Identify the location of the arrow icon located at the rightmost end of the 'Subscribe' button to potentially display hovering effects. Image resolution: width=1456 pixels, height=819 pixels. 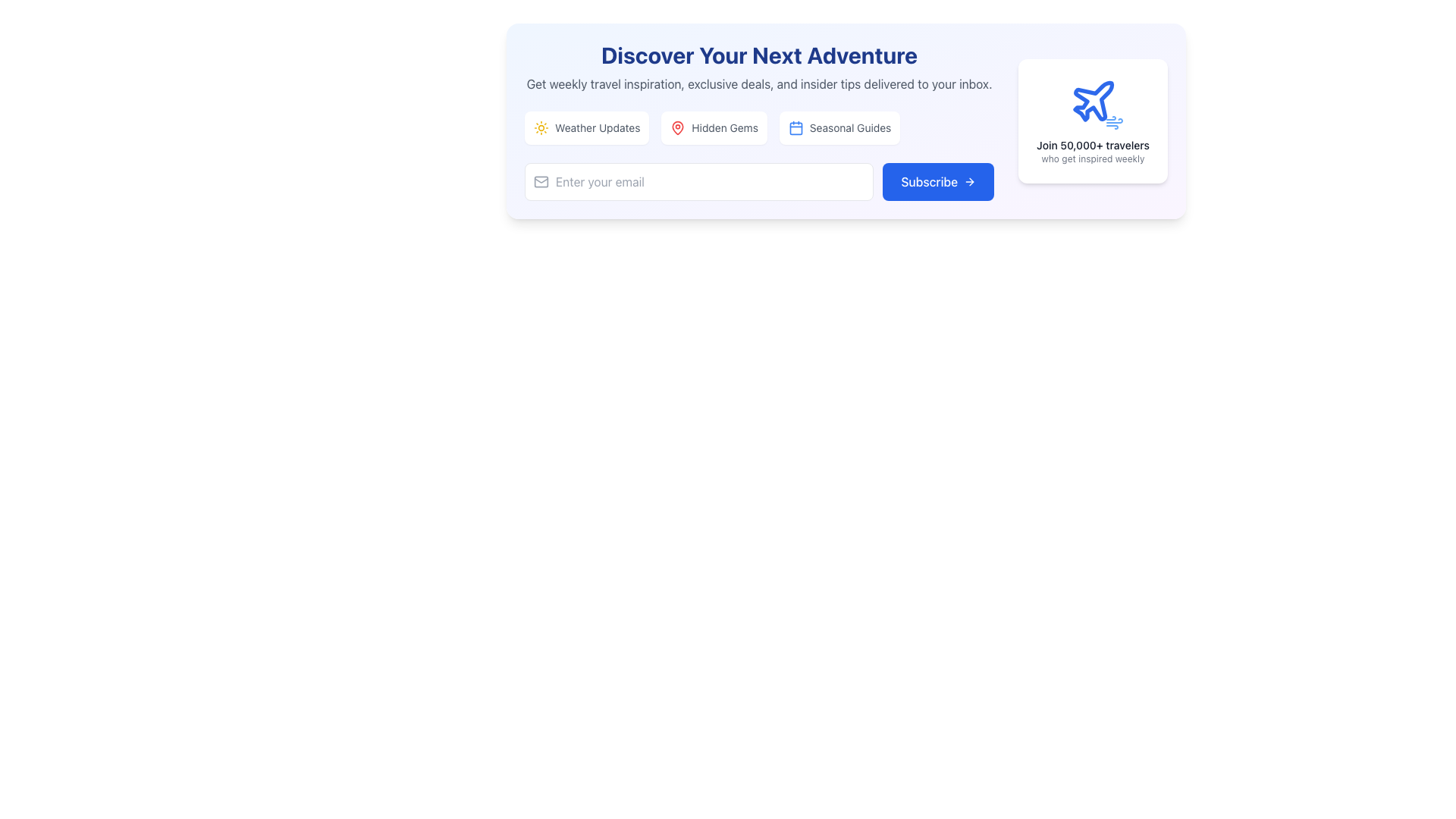
(969, 180).